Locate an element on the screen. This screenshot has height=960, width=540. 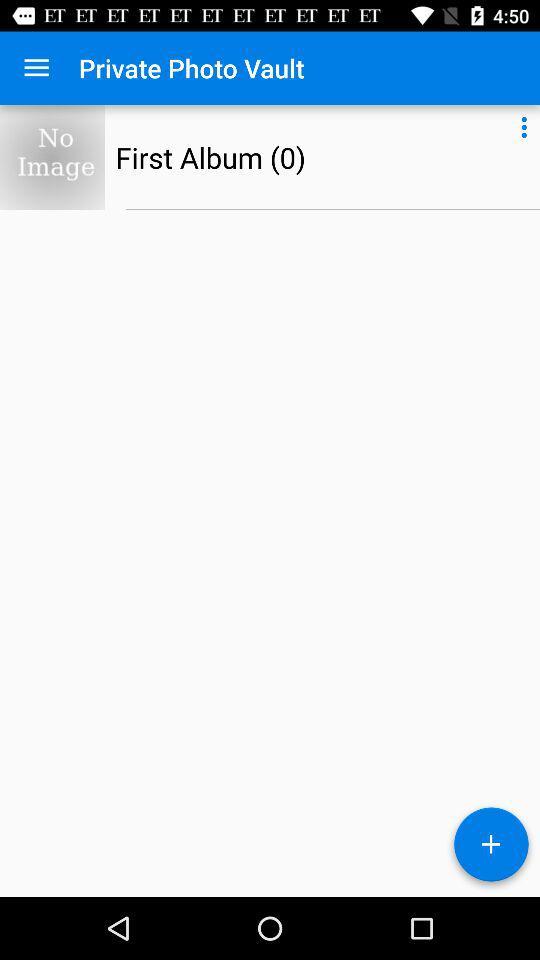
app next to private photo vault icon is located at coordinates (36, 68).